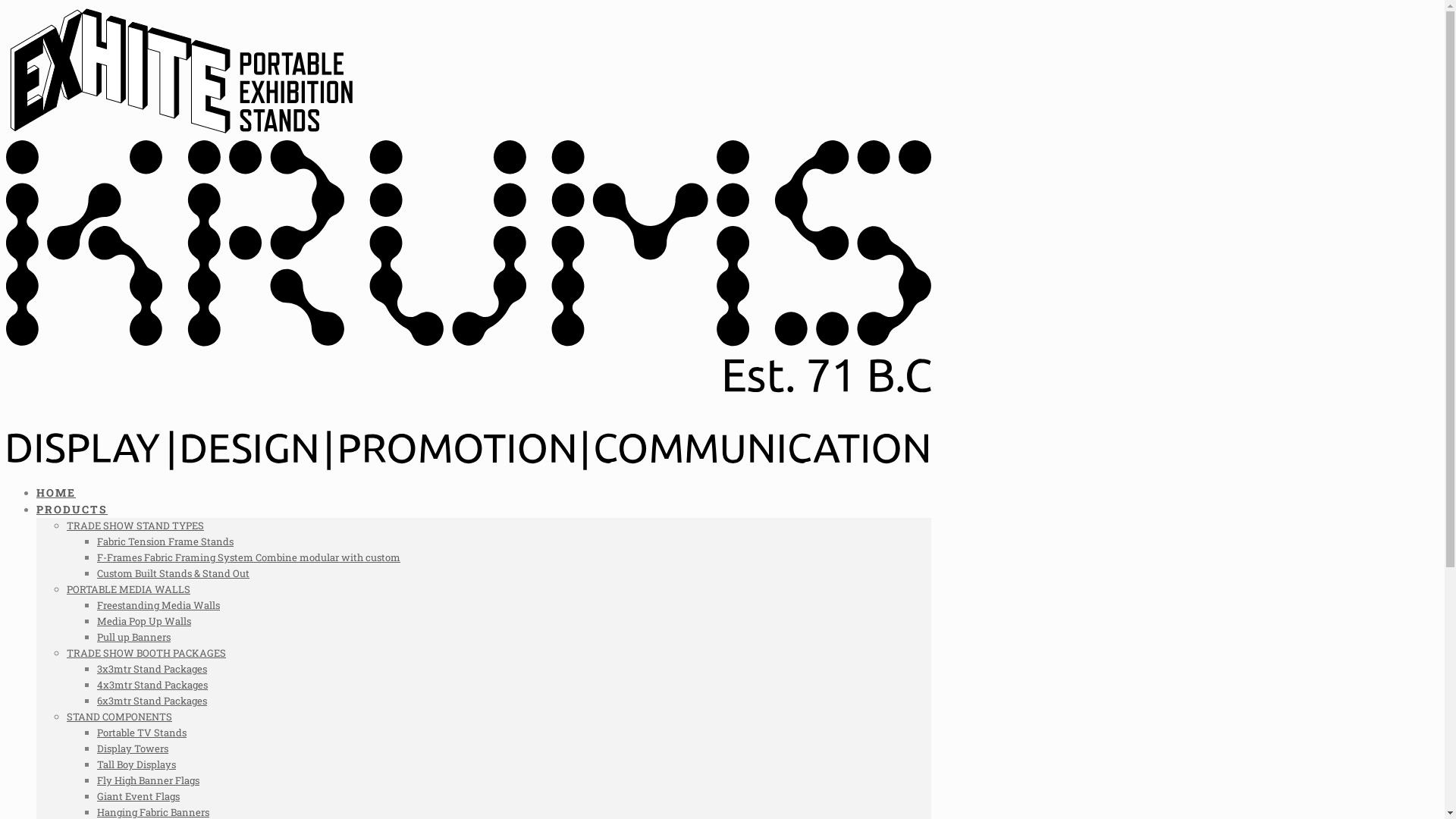 This screenshot has height=819, width=1456. What do you see at coordinates (96, 573) in the screenshot?
I see `'Custom Built Stands & Stand Out'` at bounding box center [96, 573].